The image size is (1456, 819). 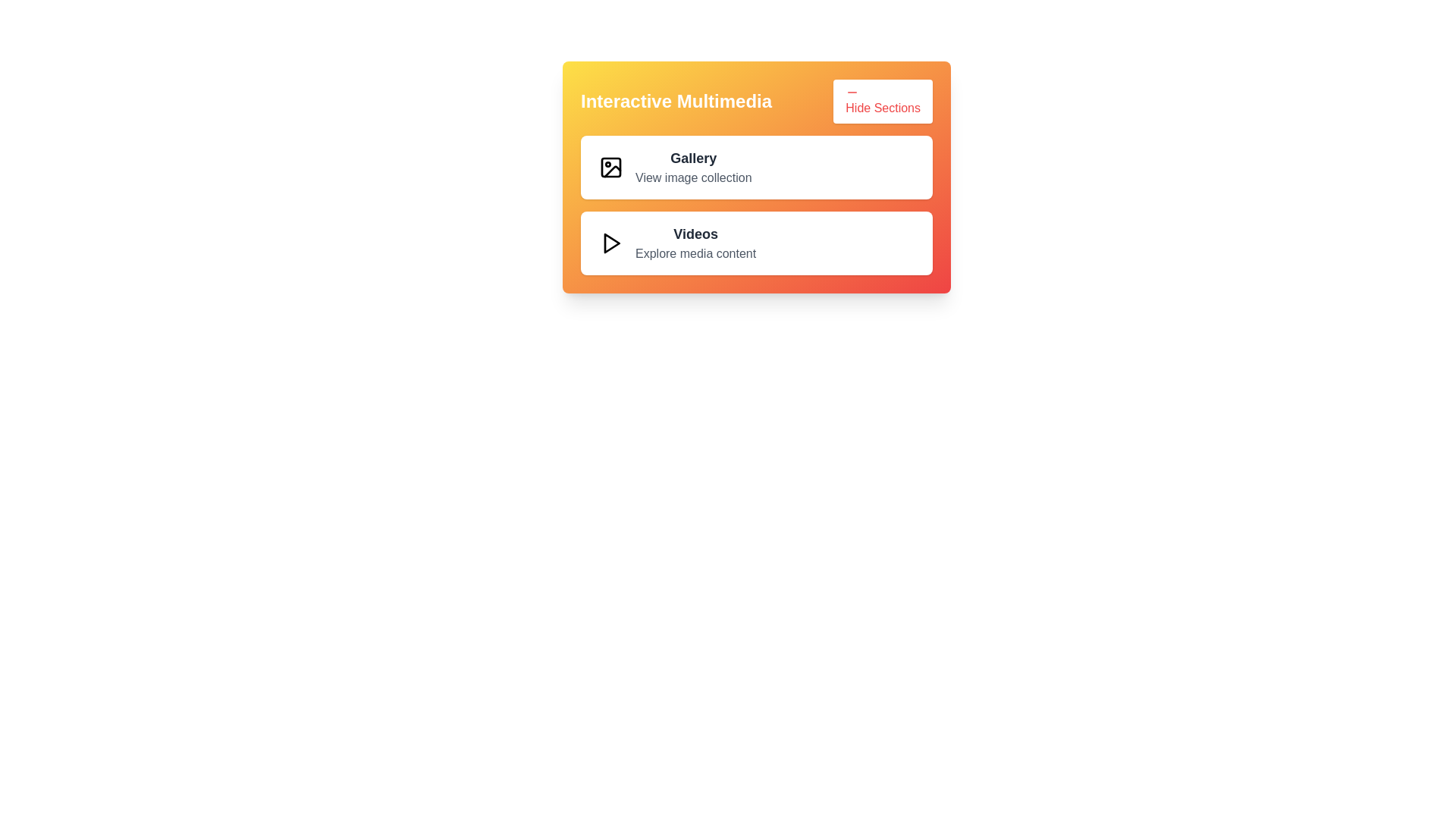 I want to click on the Text label that serves as a heading or label, positioned directly above the 'Explore media content' text, so click(x=695, y=234).